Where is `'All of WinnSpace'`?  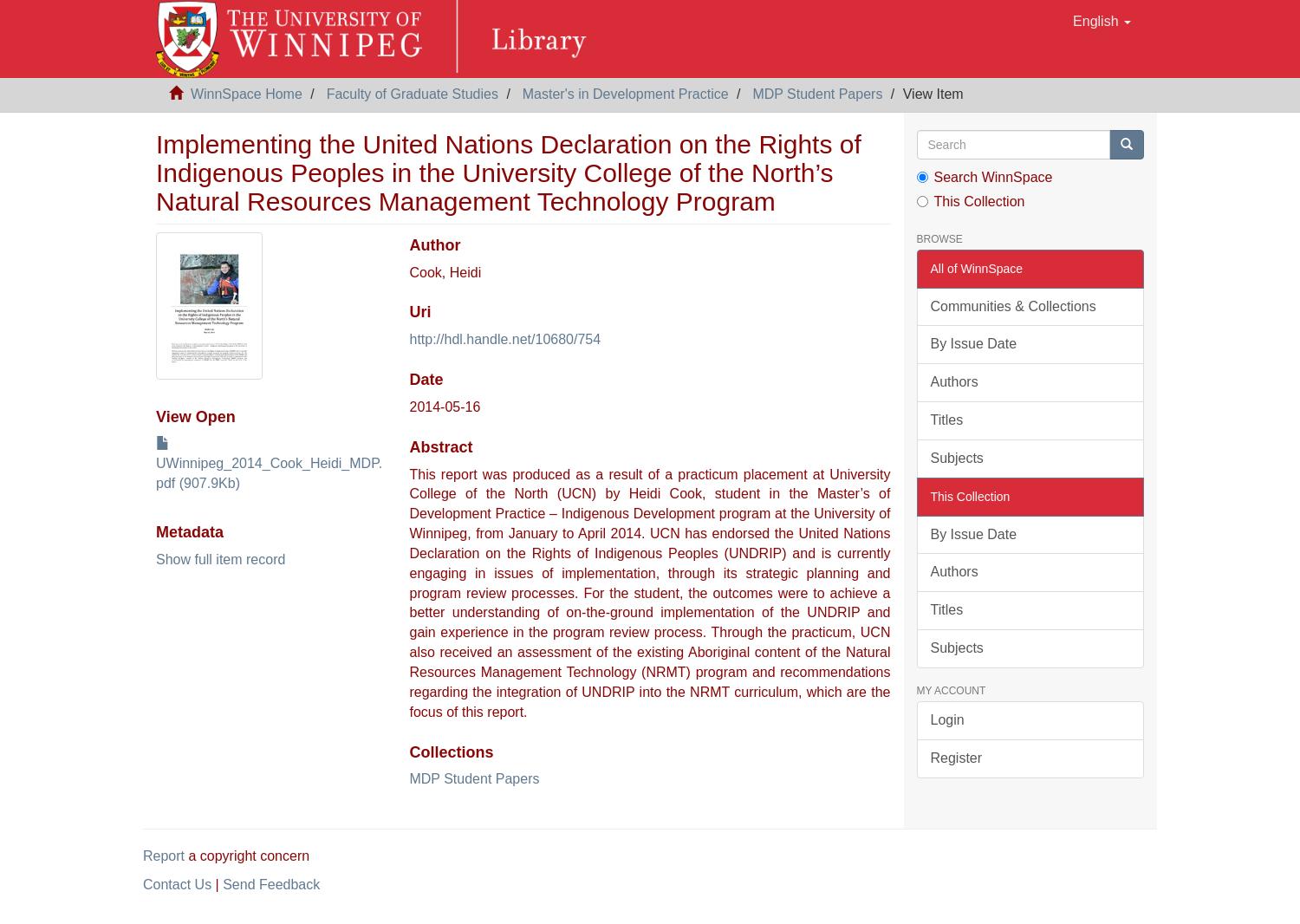 'All of WinnSpace' is located at coordinates (976, 268).